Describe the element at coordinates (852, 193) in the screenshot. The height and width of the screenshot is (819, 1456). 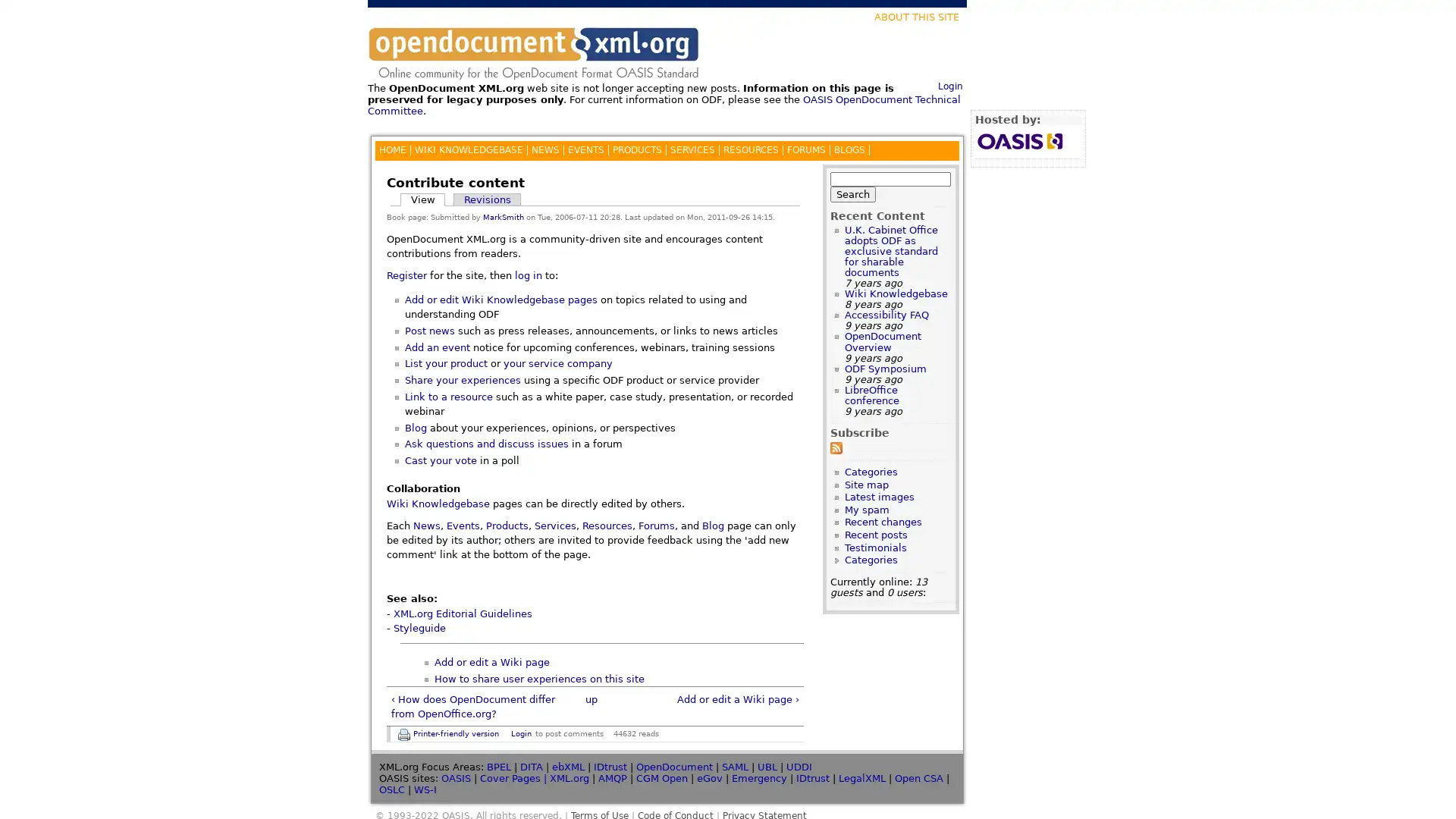
I see `Search` at that location.